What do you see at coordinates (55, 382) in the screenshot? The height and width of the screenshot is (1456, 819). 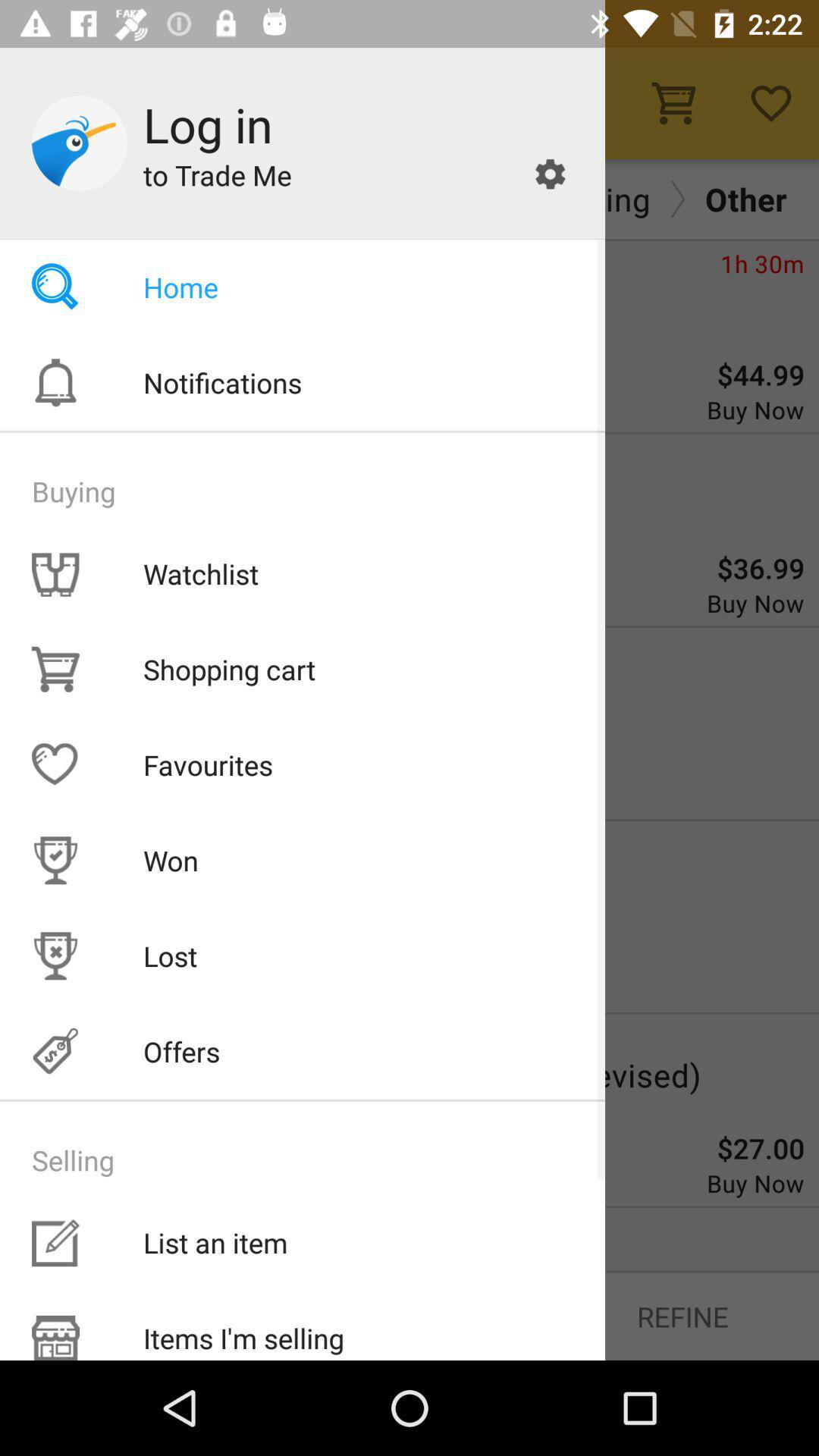 I see `the icon left to notifications` at bounding box center [55, 382].